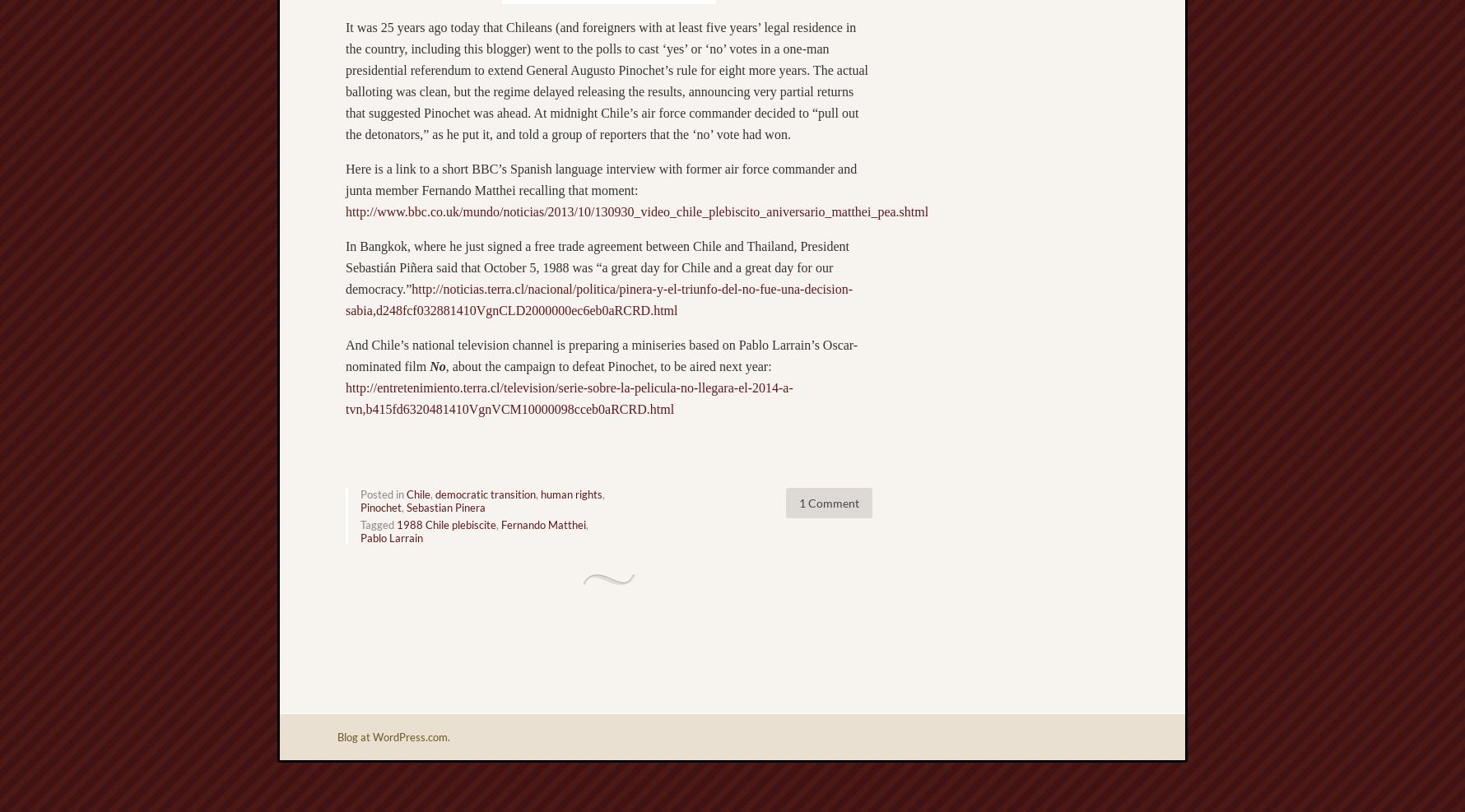 This screenshot has height=812, width=1465. What do you see at coordinates (436, 365) in the screenshot?
I see `'No'` at bounding box center [436, 365].